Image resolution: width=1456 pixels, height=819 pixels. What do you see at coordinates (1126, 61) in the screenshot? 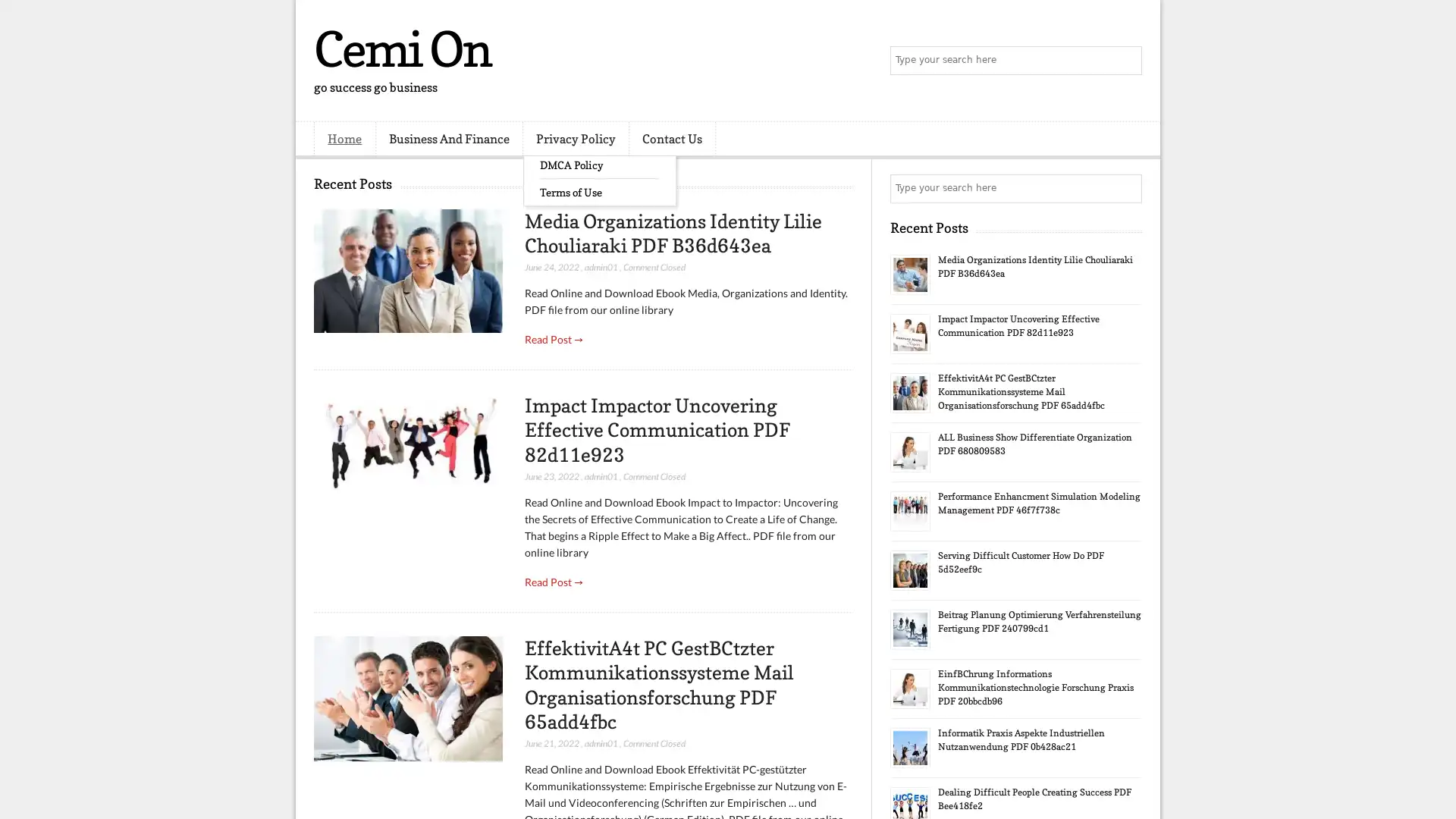
I see `Search` at bounding box center [1126, 61].